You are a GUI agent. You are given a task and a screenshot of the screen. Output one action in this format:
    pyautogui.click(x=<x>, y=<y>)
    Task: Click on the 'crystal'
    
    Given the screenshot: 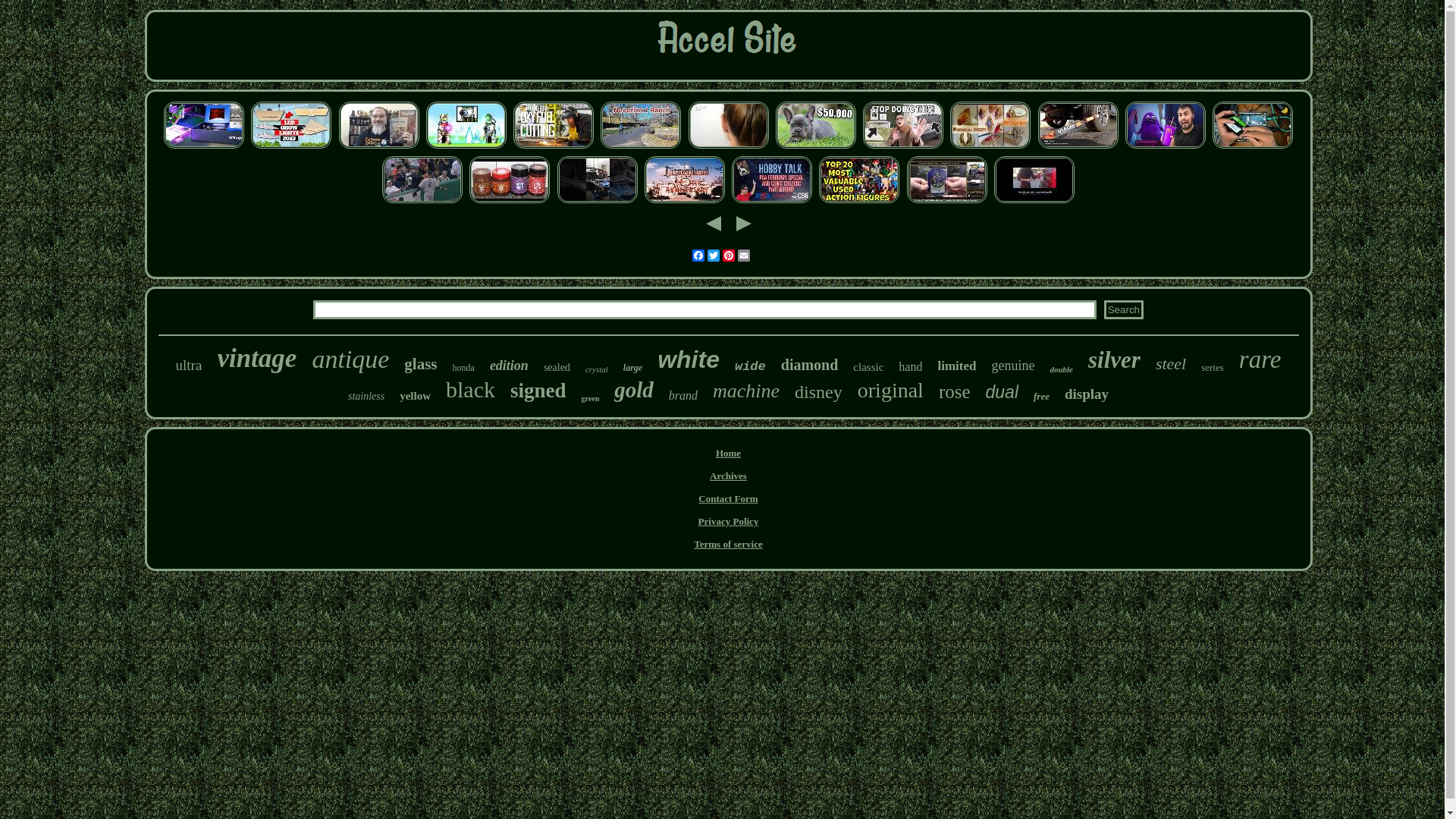 What is the action you would take?
    pyautogui.click(x=596, y=369)
    